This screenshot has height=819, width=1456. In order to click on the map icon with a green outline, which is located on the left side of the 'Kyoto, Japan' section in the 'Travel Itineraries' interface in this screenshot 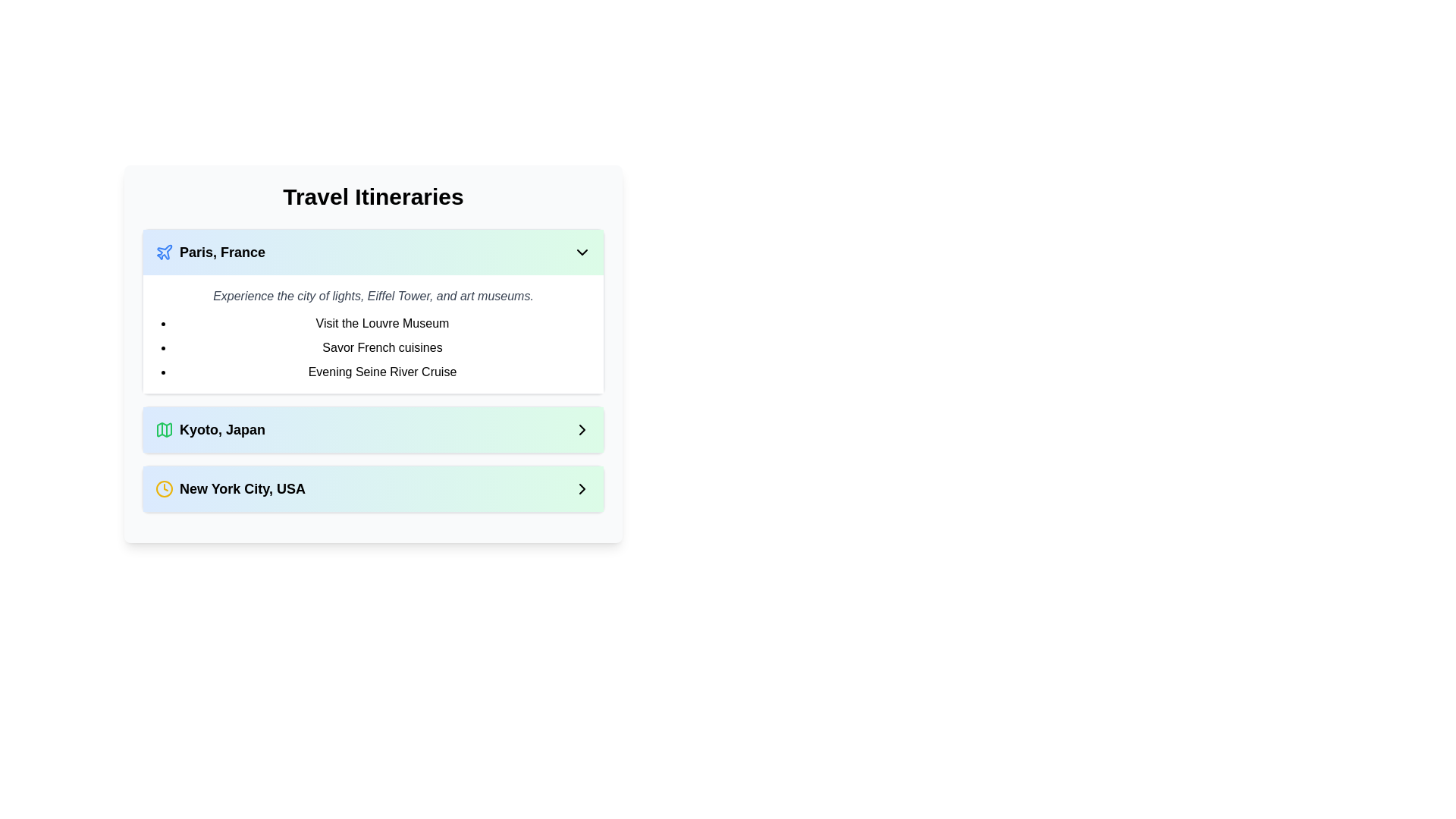, I will do `click(164, 430)`.